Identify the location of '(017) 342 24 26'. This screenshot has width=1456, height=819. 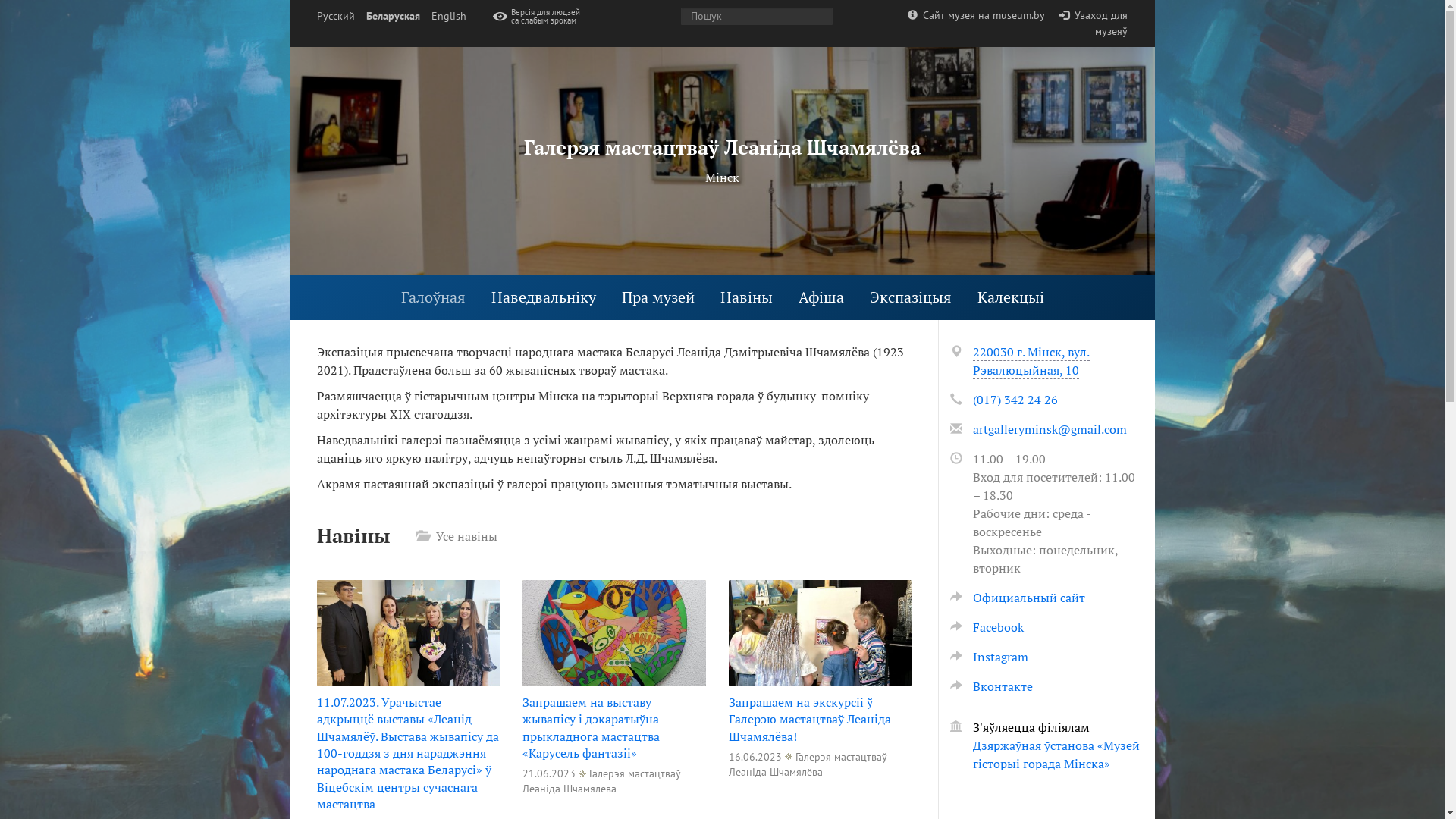
(1015, 399).